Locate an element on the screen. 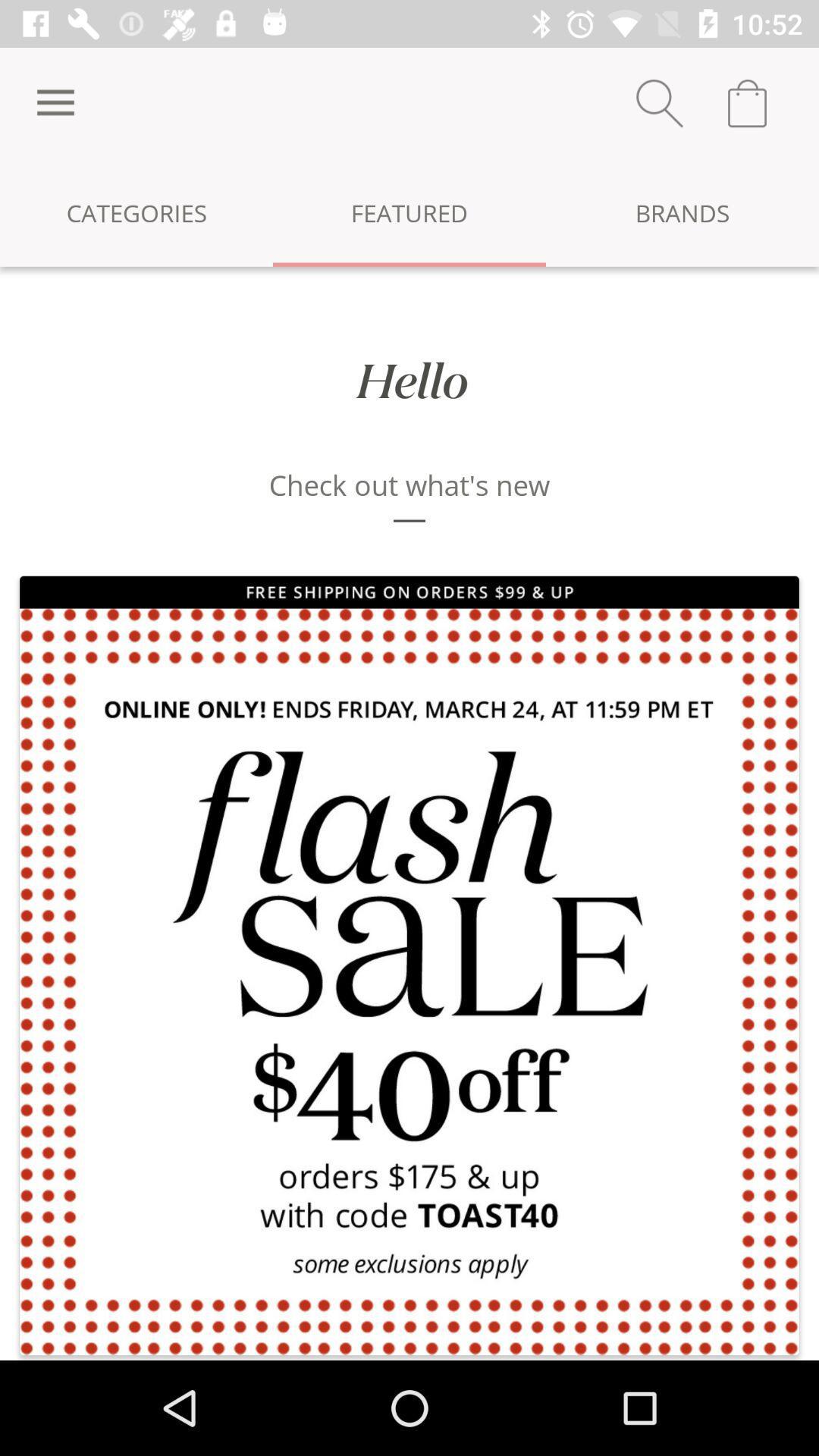  serce is located at coordinates (659, 102).